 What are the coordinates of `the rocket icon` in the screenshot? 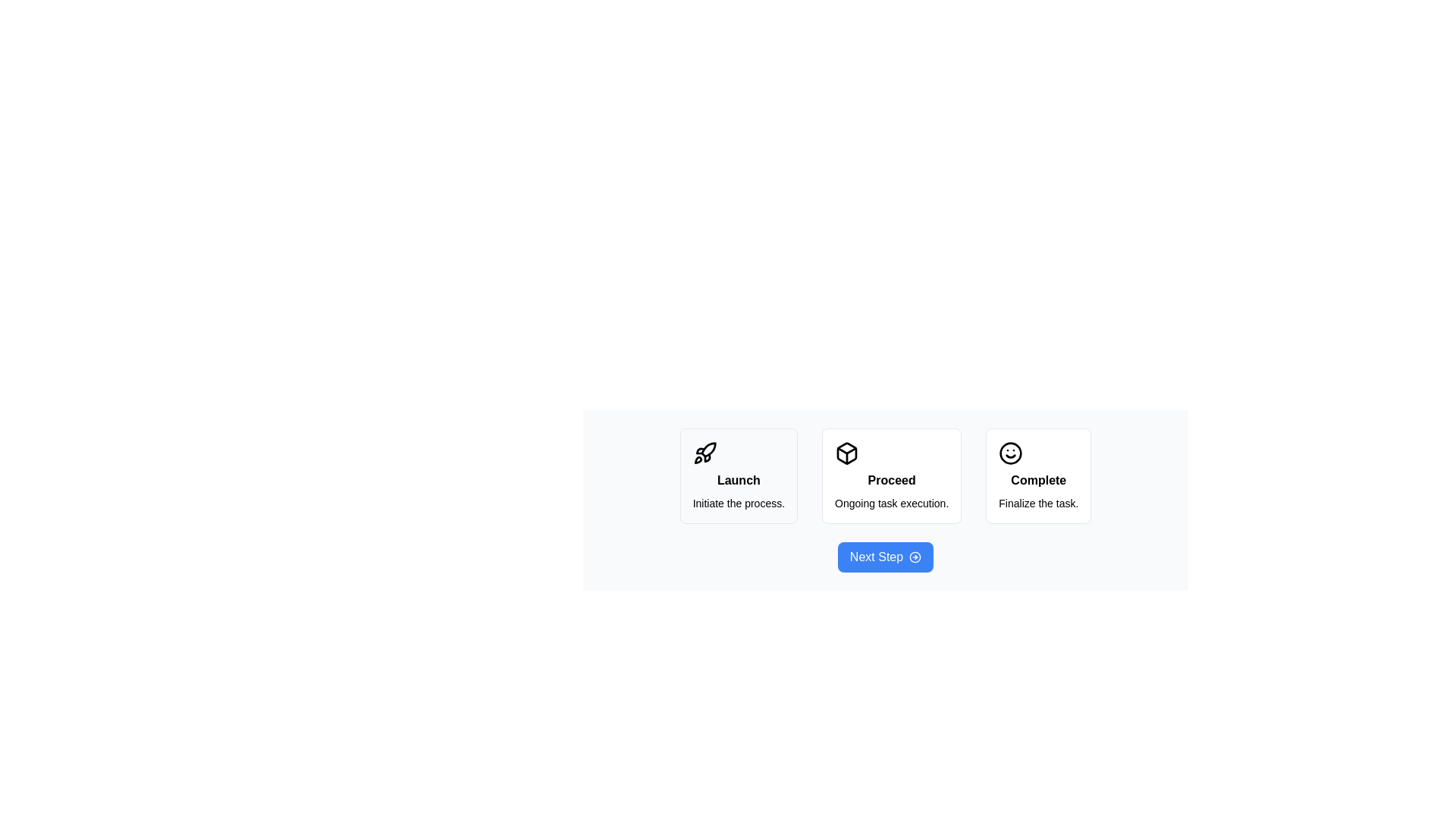 It's located at (739, 452).